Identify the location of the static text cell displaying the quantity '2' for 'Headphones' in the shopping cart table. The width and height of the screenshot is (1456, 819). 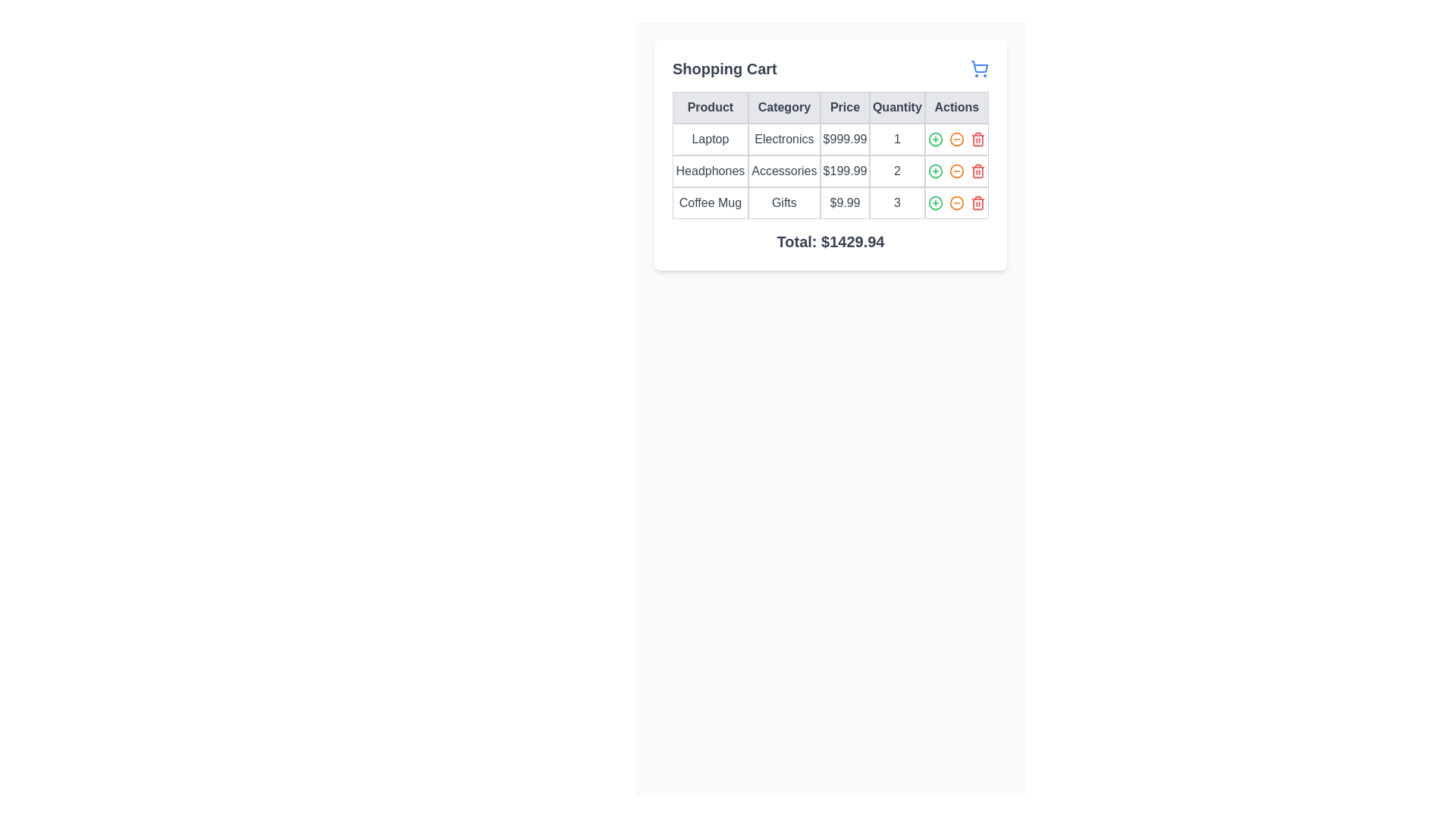
(897, 171).